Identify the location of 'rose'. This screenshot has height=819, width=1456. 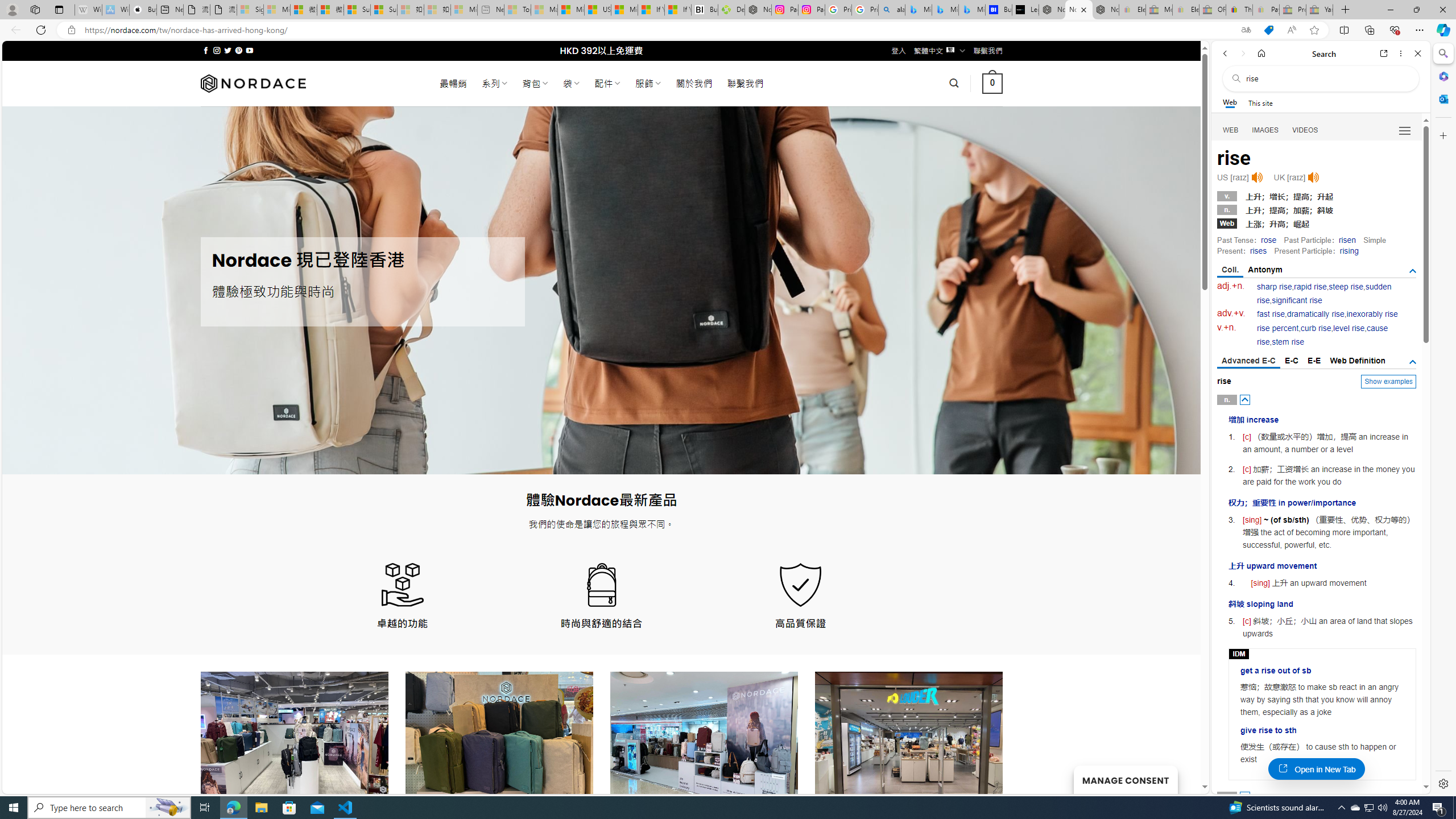
(1268, 239).